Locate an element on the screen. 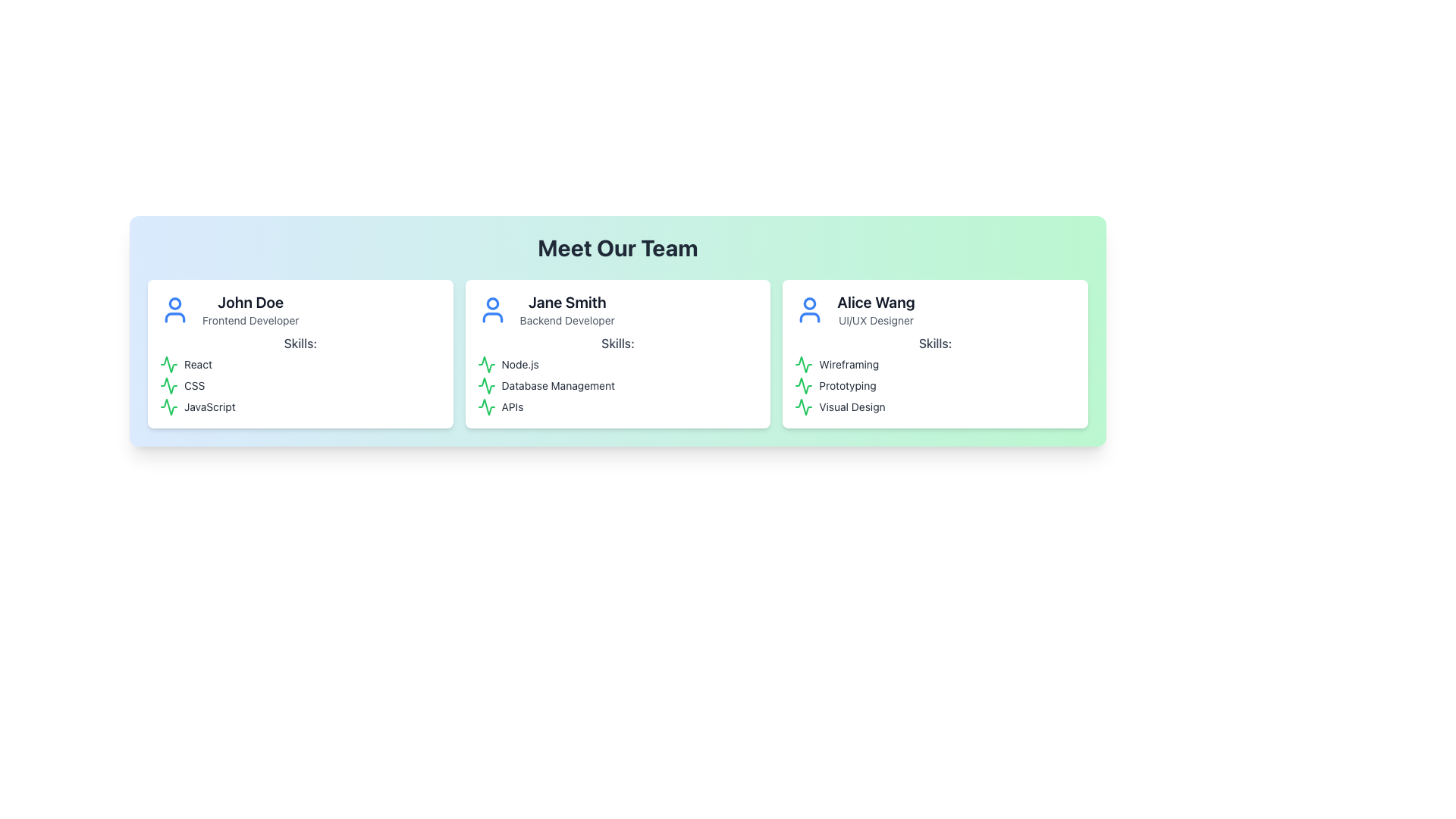 This screenshot has width=1456, height=819. the thin, green, zigzag line icon representing 'Database Management' under the 'Skills' section for 'Jane Smith' in the second card from the left is located at coordinates (486, 385).